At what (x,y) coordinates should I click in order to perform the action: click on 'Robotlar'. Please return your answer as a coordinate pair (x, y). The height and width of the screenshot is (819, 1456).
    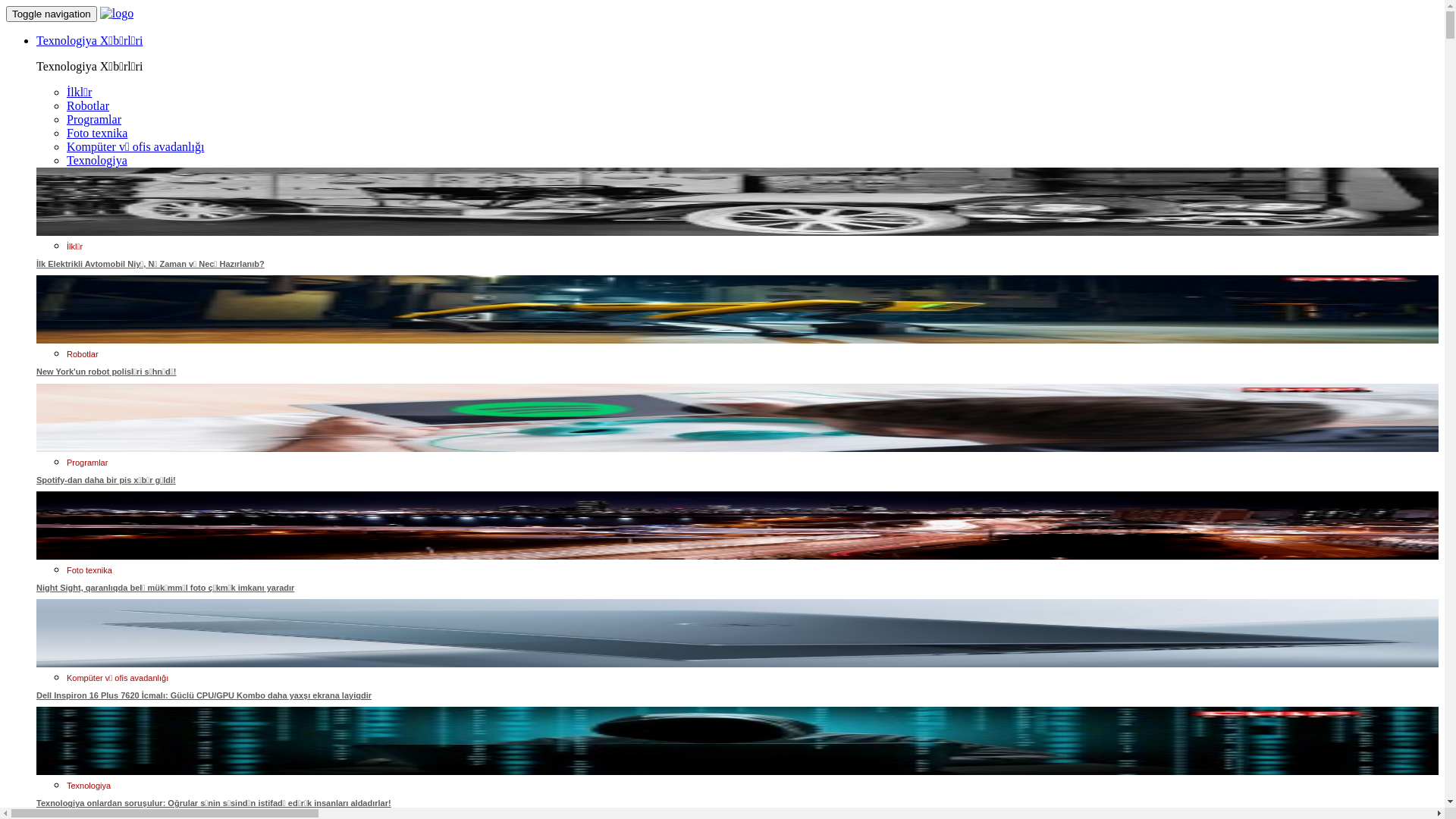
    Looking at the image, I should click on (86, 105).